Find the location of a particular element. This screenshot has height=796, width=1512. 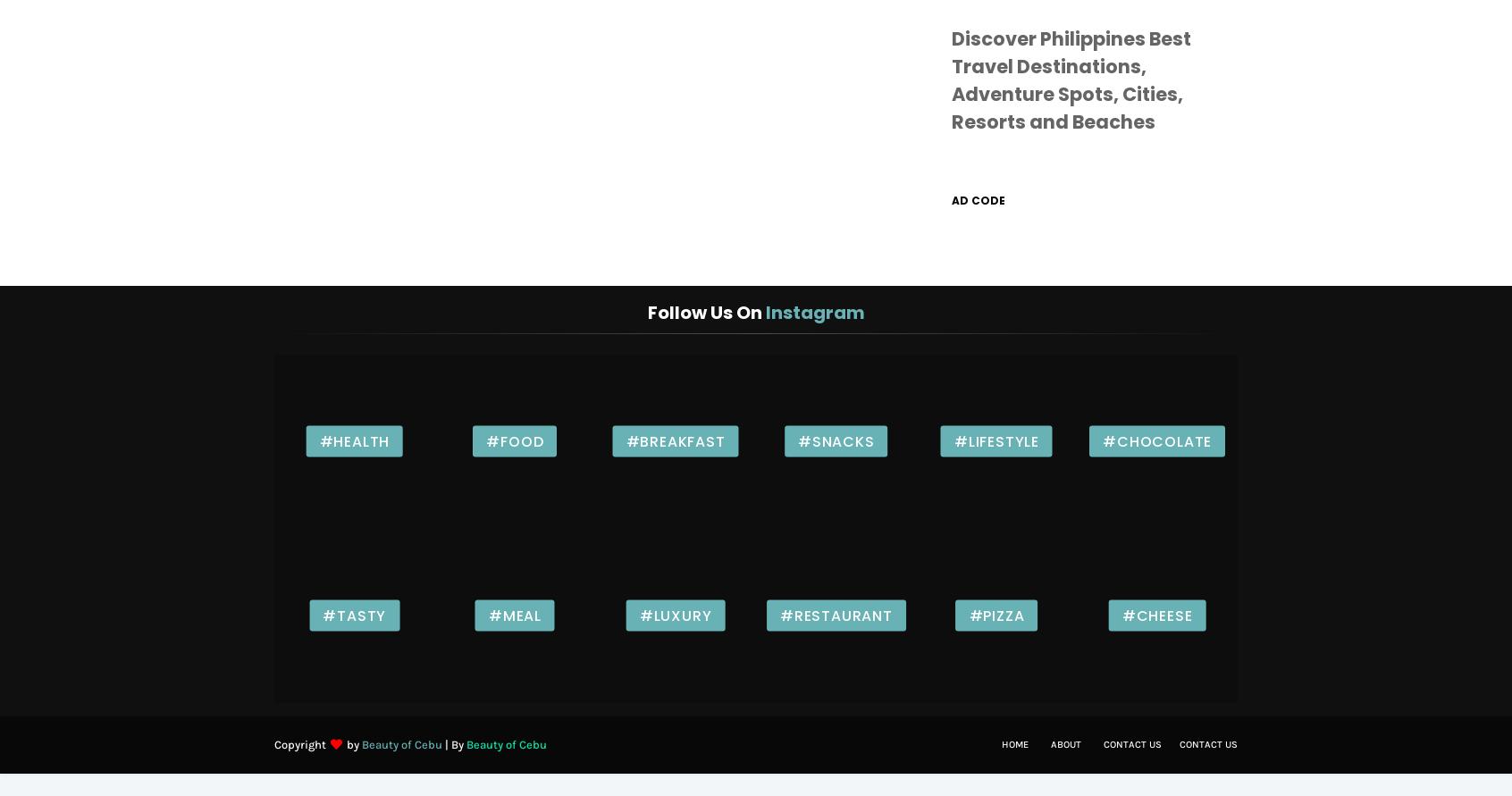

'#Meal' is located at coordinates (513, 614).